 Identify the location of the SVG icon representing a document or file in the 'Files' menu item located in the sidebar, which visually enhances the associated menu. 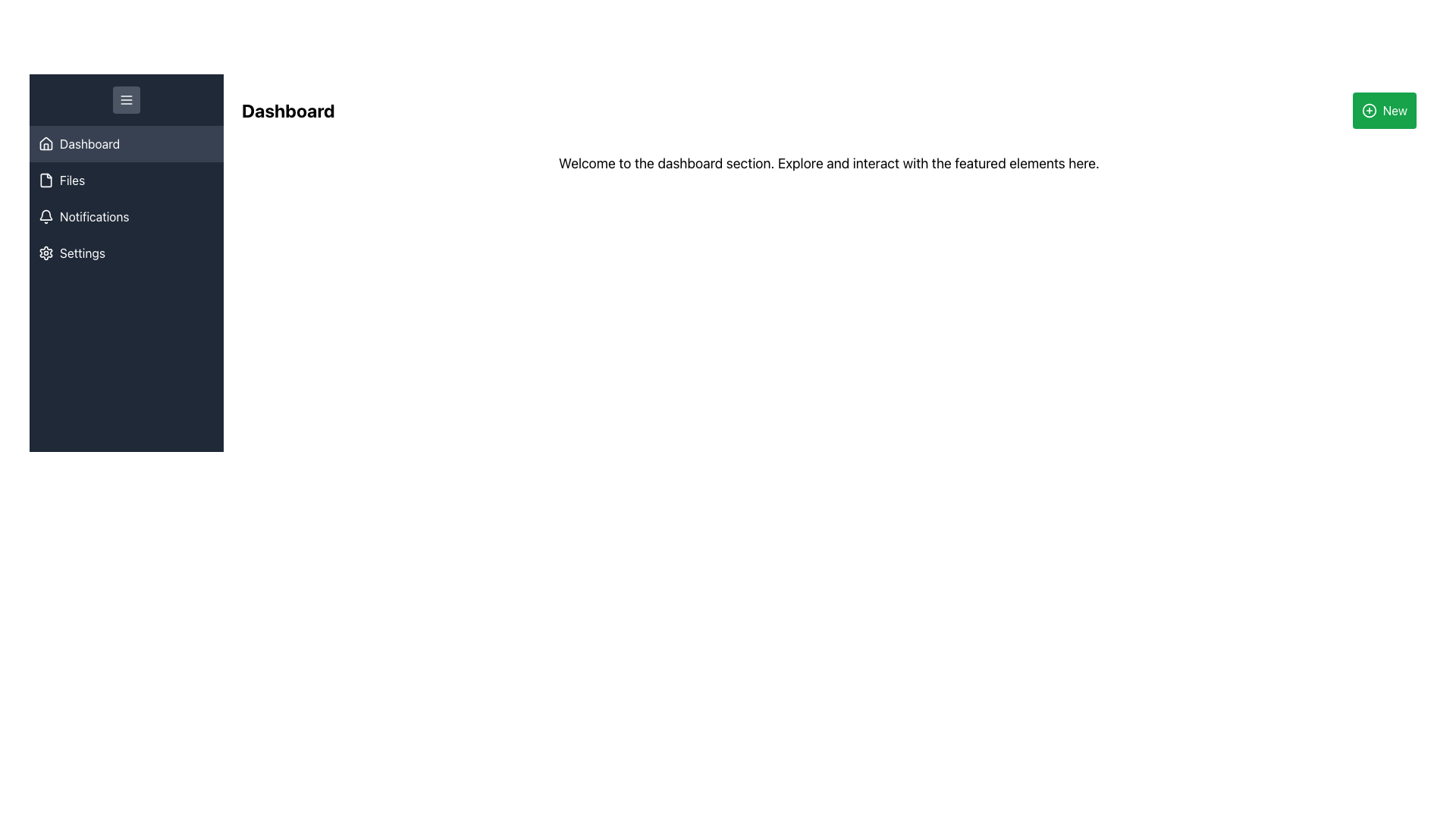
(46, 180).